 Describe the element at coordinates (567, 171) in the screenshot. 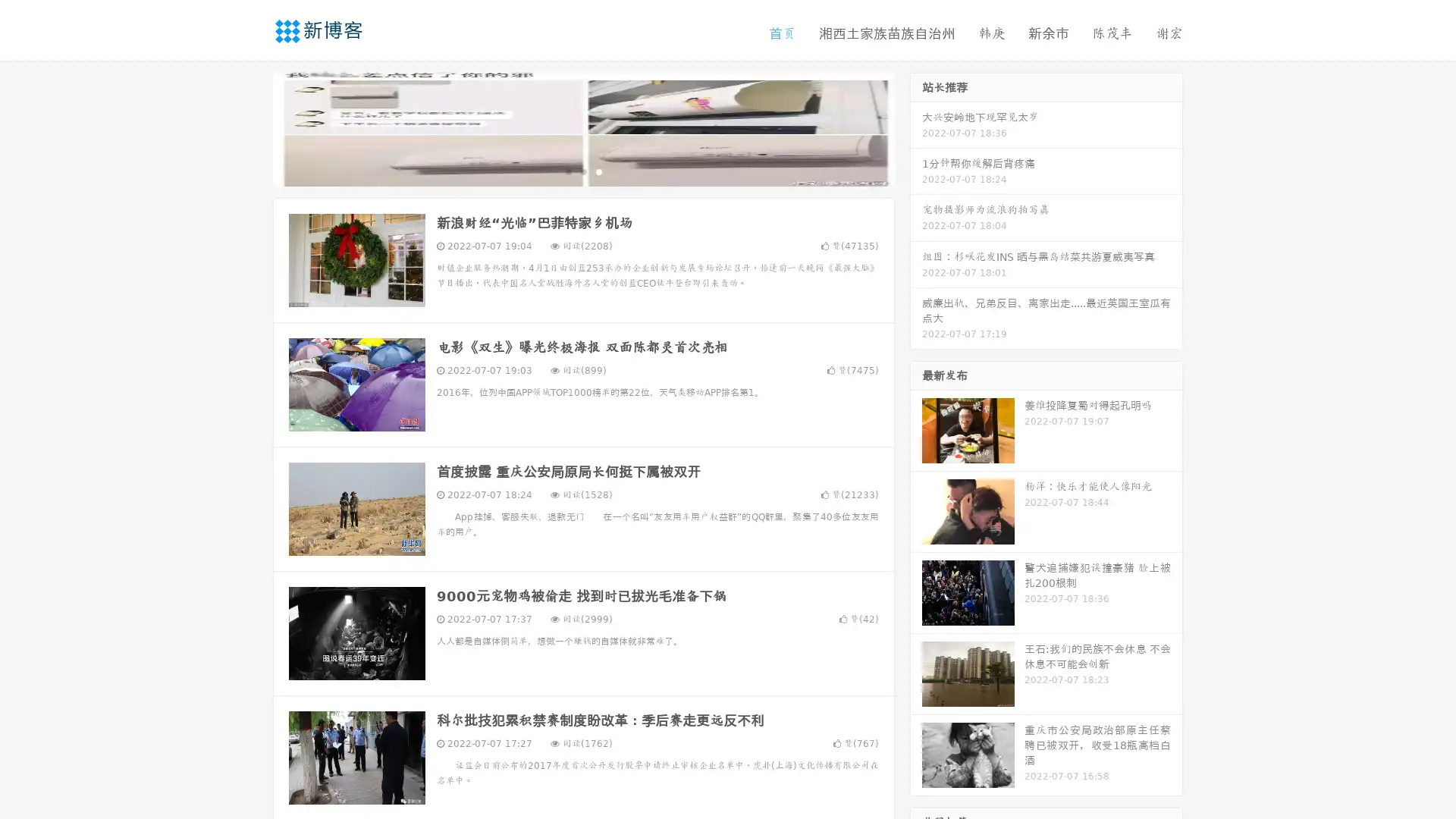

I see `Go to slide 1` at that location.